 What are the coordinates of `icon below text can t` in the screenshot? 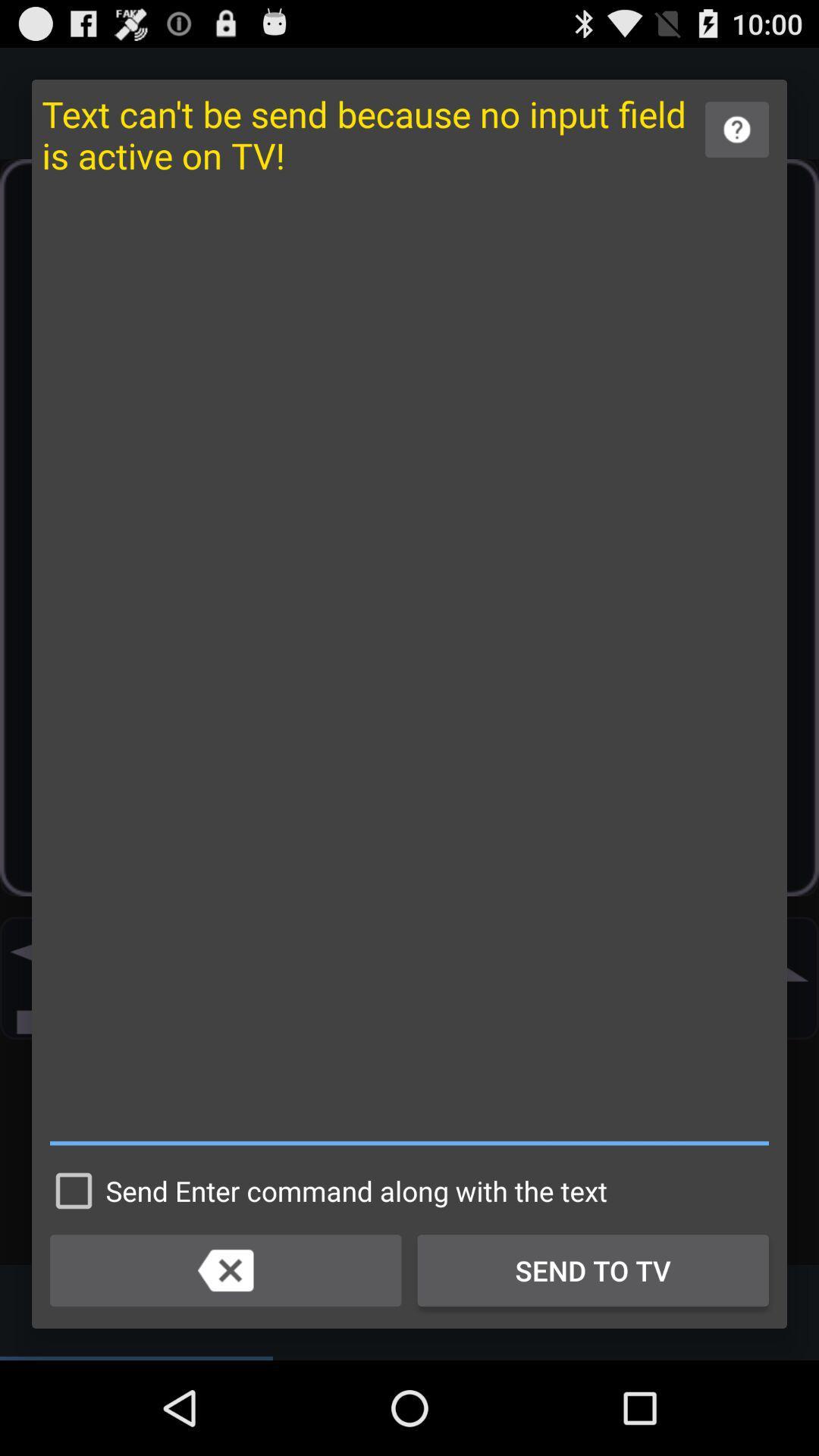 It's located at (409, 668).